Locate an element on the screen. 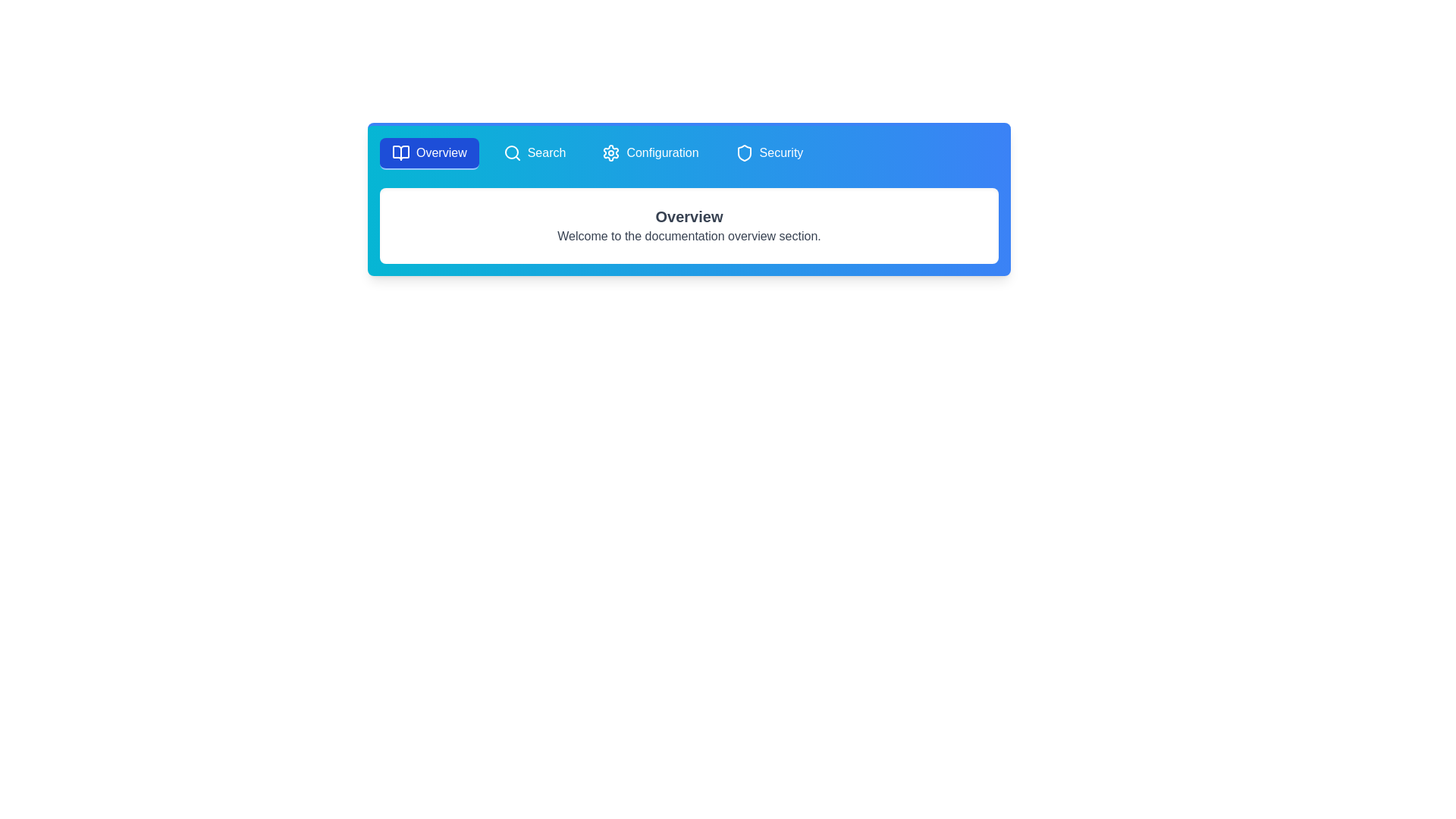  the open book icon in the 'Overview' section of the navigation bar is located at coordinates (400, 152).